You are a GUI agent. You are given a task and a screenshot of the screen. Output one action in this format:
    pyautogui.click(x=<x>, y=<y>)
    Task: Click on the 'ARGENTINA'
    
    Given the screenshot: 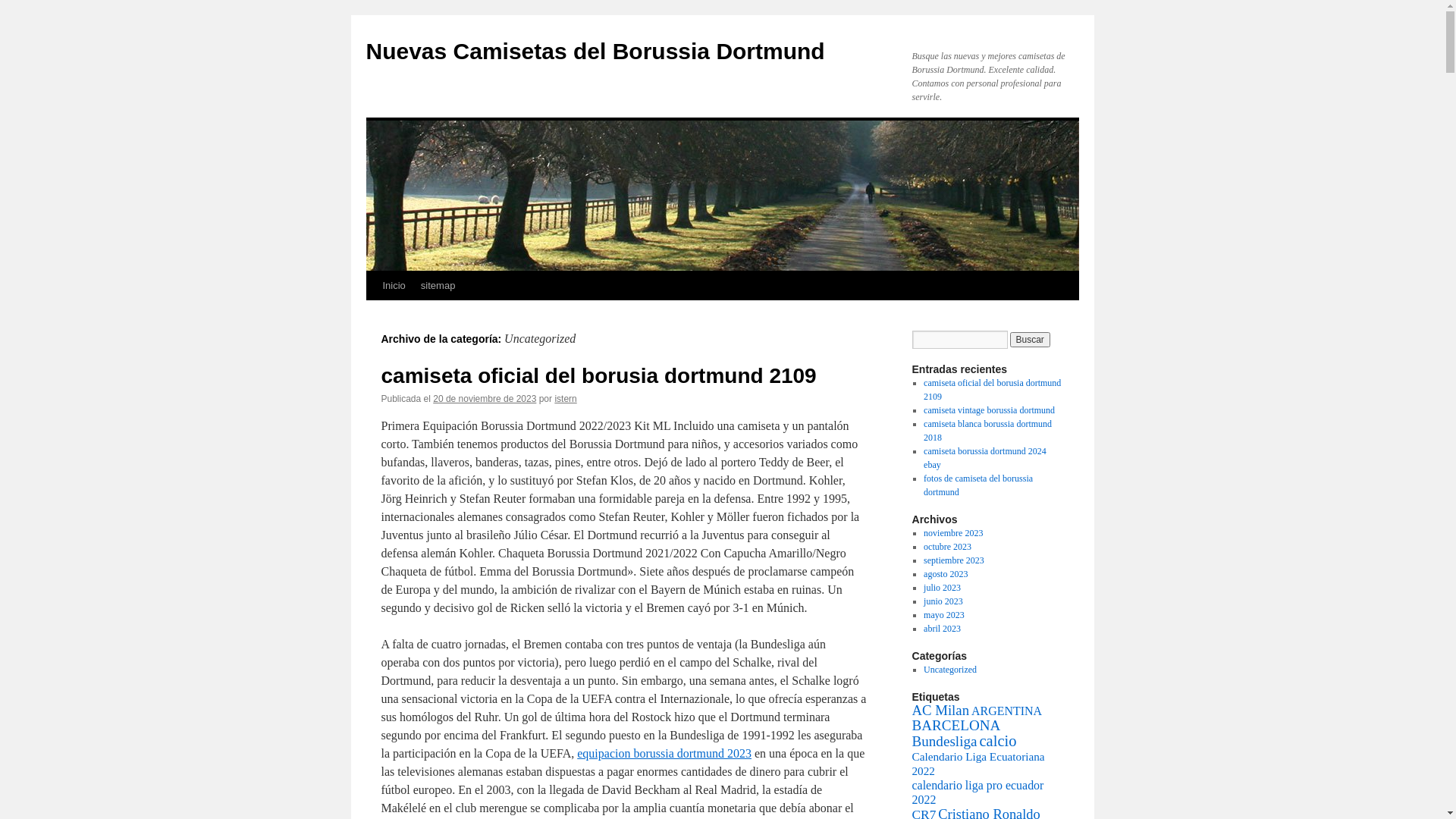 What is the action you would take?
    pyautogui.click(x=1006, y=711)
    